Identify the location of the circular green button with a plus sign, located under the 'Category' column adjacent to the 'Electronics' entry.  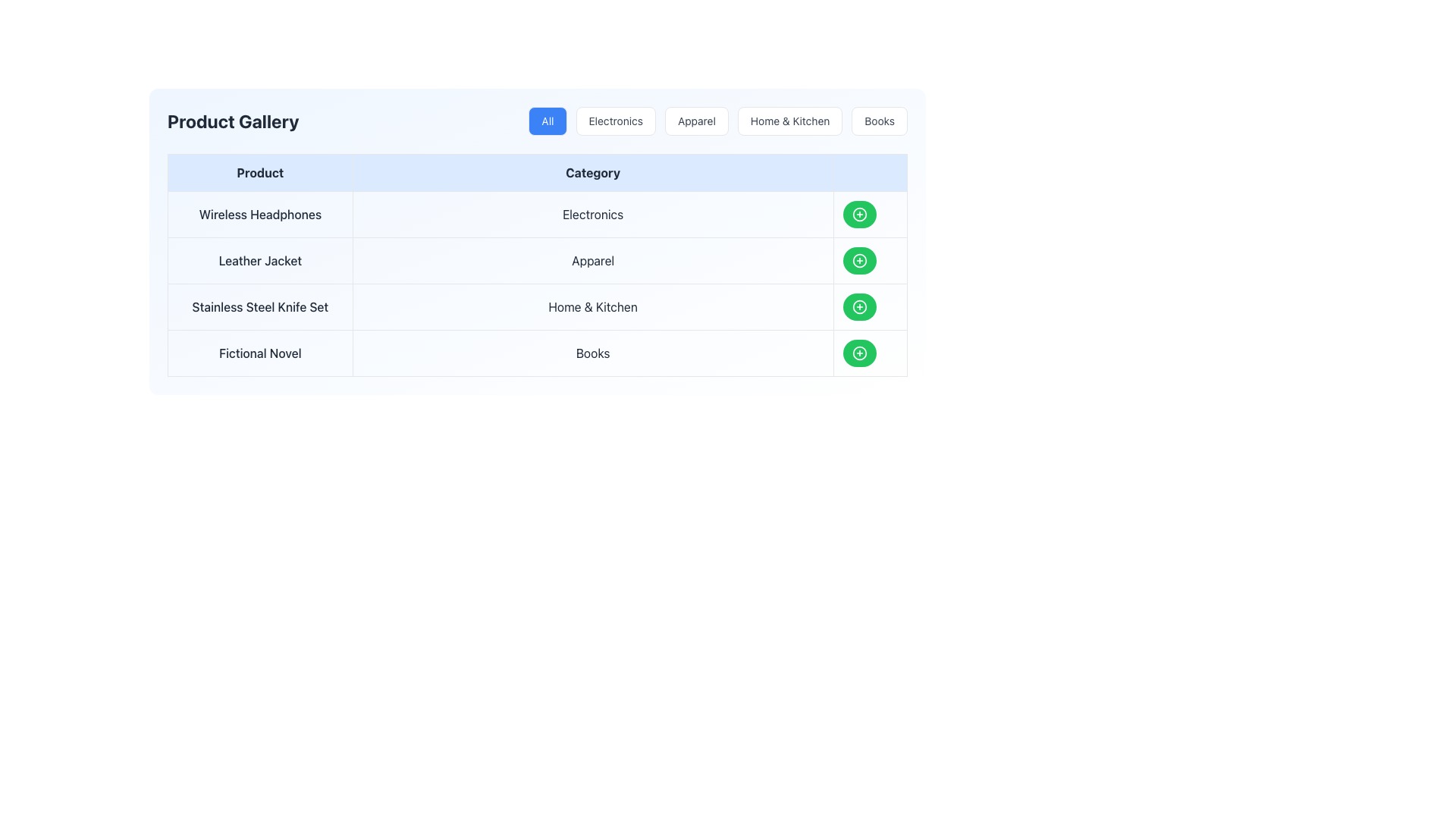
(859, 214).